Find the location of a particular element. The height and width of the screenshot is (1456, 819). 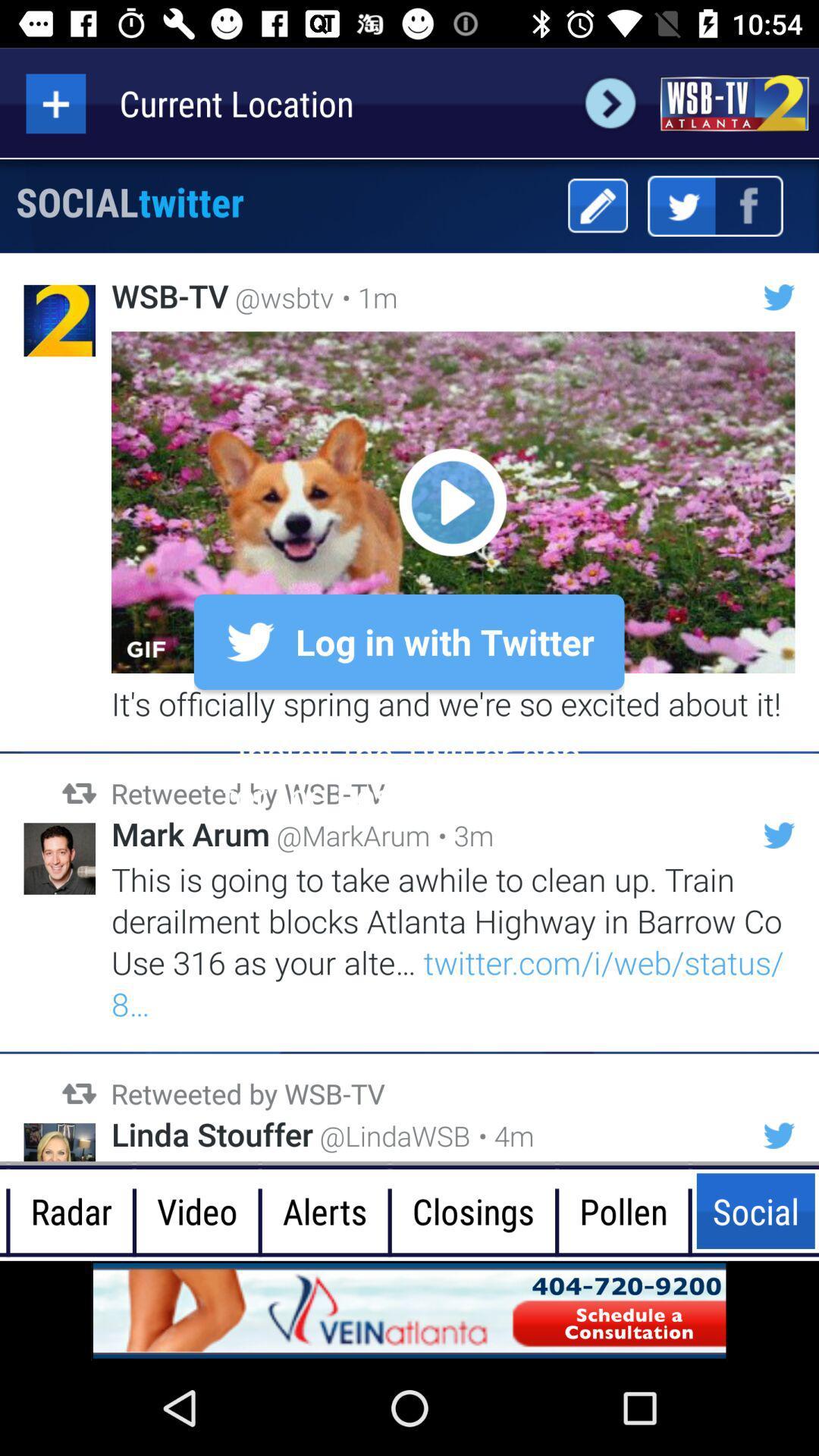

a new location is located at coordinates (55, 102).